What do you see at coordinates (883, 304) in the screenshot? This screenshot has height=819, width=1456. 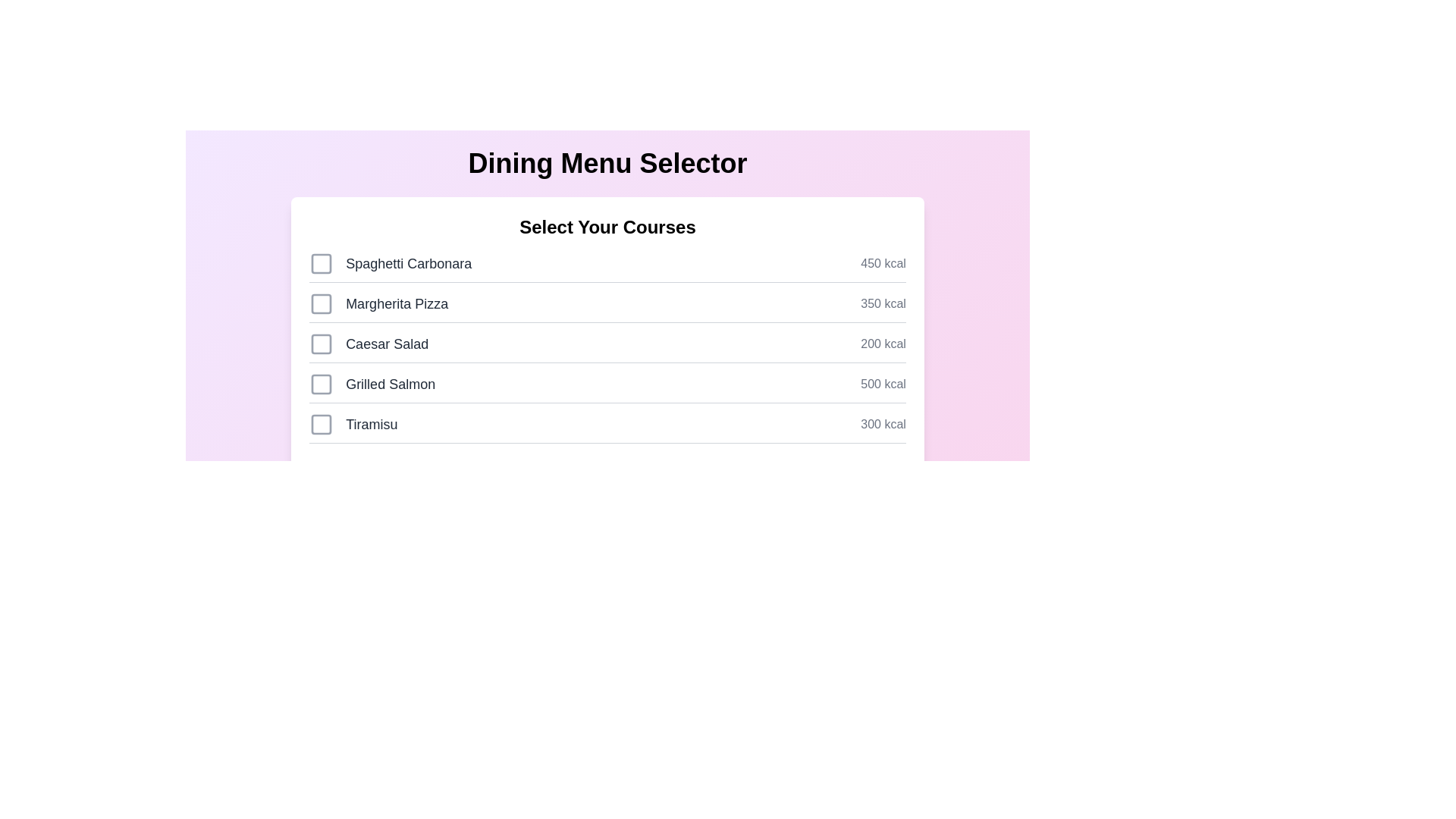 I see `the calorie information for Margherita Pizza` at bounding box center [883, 304].